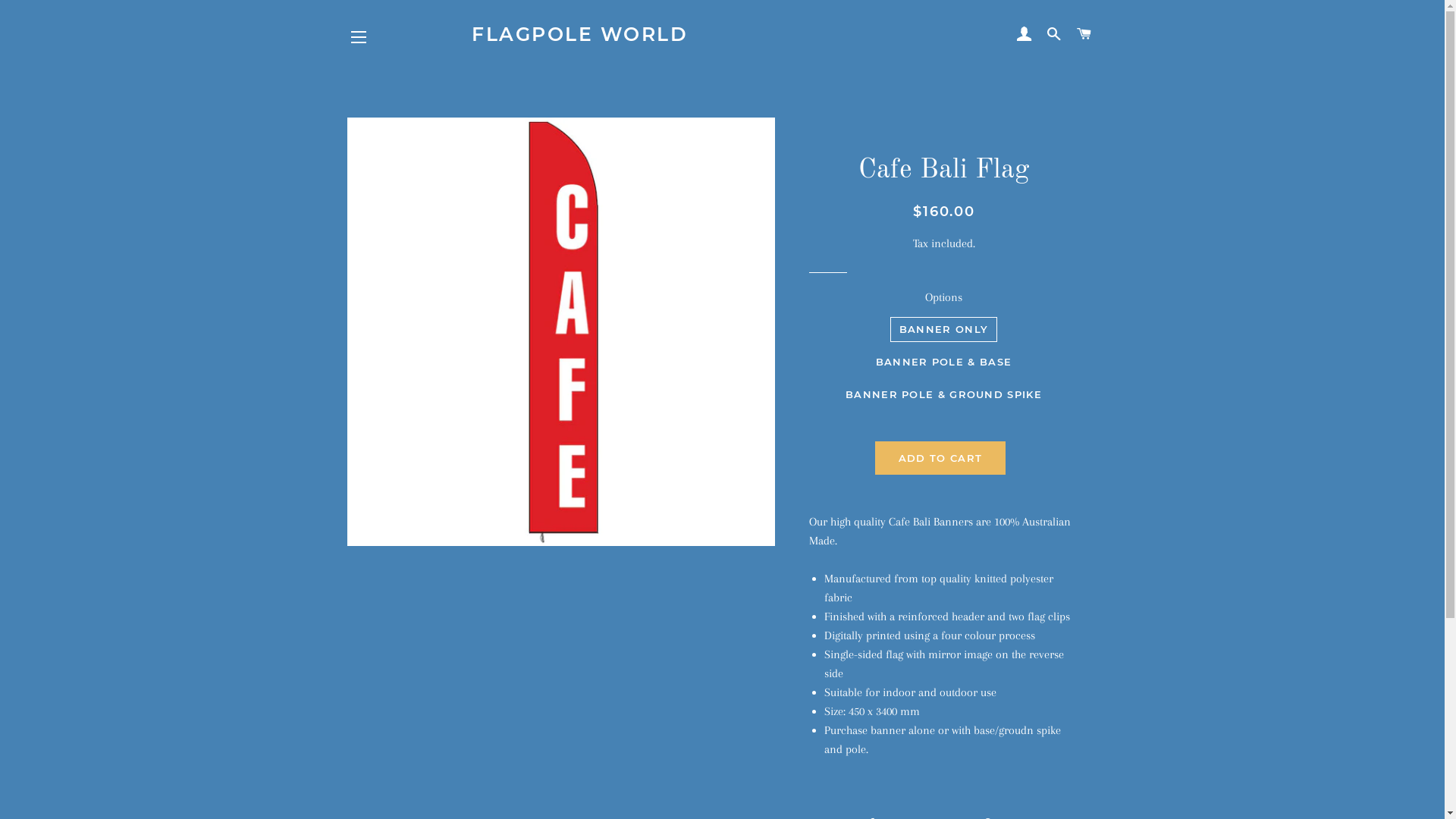 This screenshot has height=819, width=1456. What do you see at coordinates (358, 36) in the screenshot?
I see `'SITE NAVIGATION'` at bounding box center [358, 36].